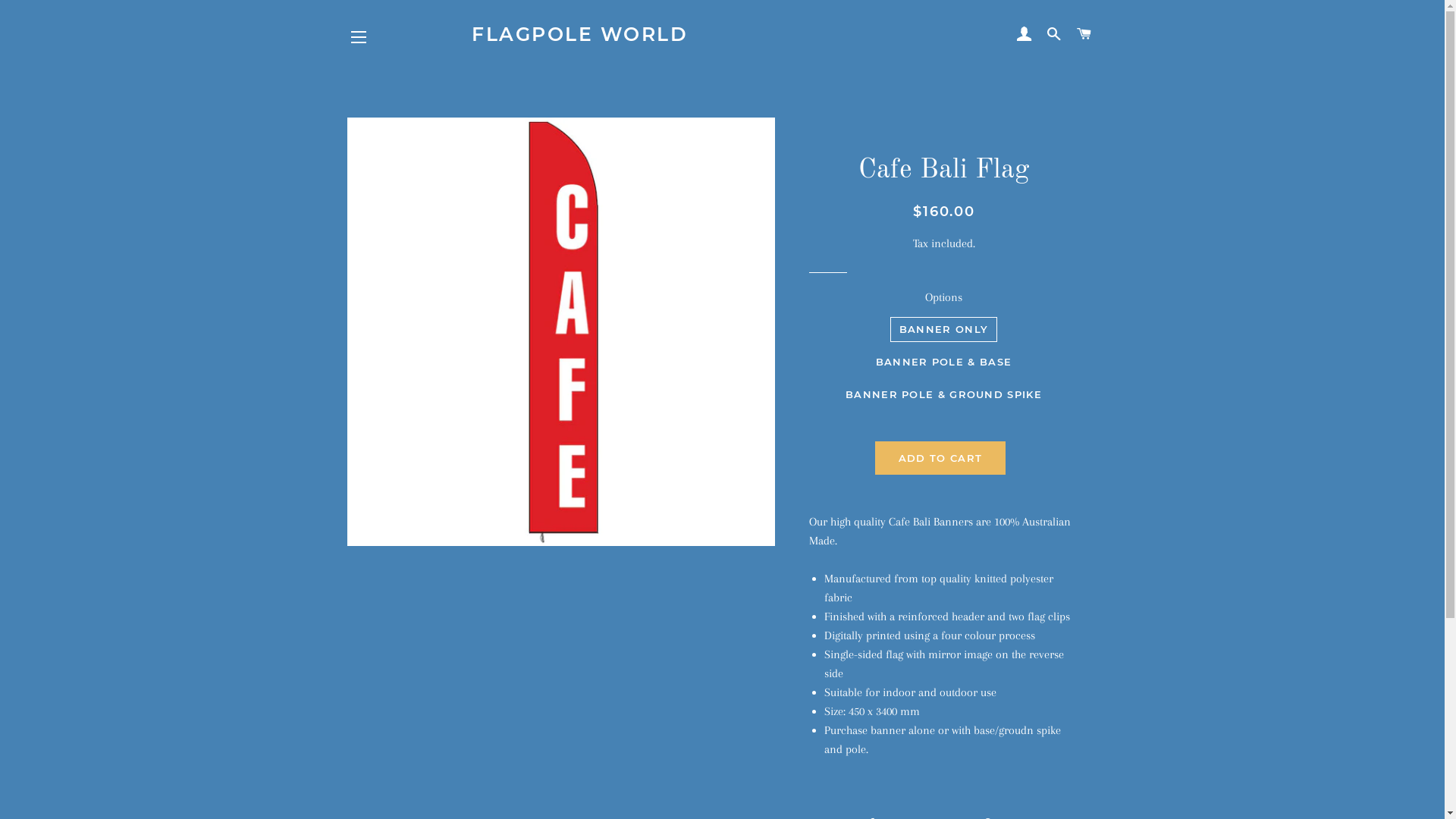 This screenshot has height=819, width=1456. What do you see at coordinates (358, 36) in the screenshot?
I see `'SITE NAVIGATION'` at bounding box center [358, 36].